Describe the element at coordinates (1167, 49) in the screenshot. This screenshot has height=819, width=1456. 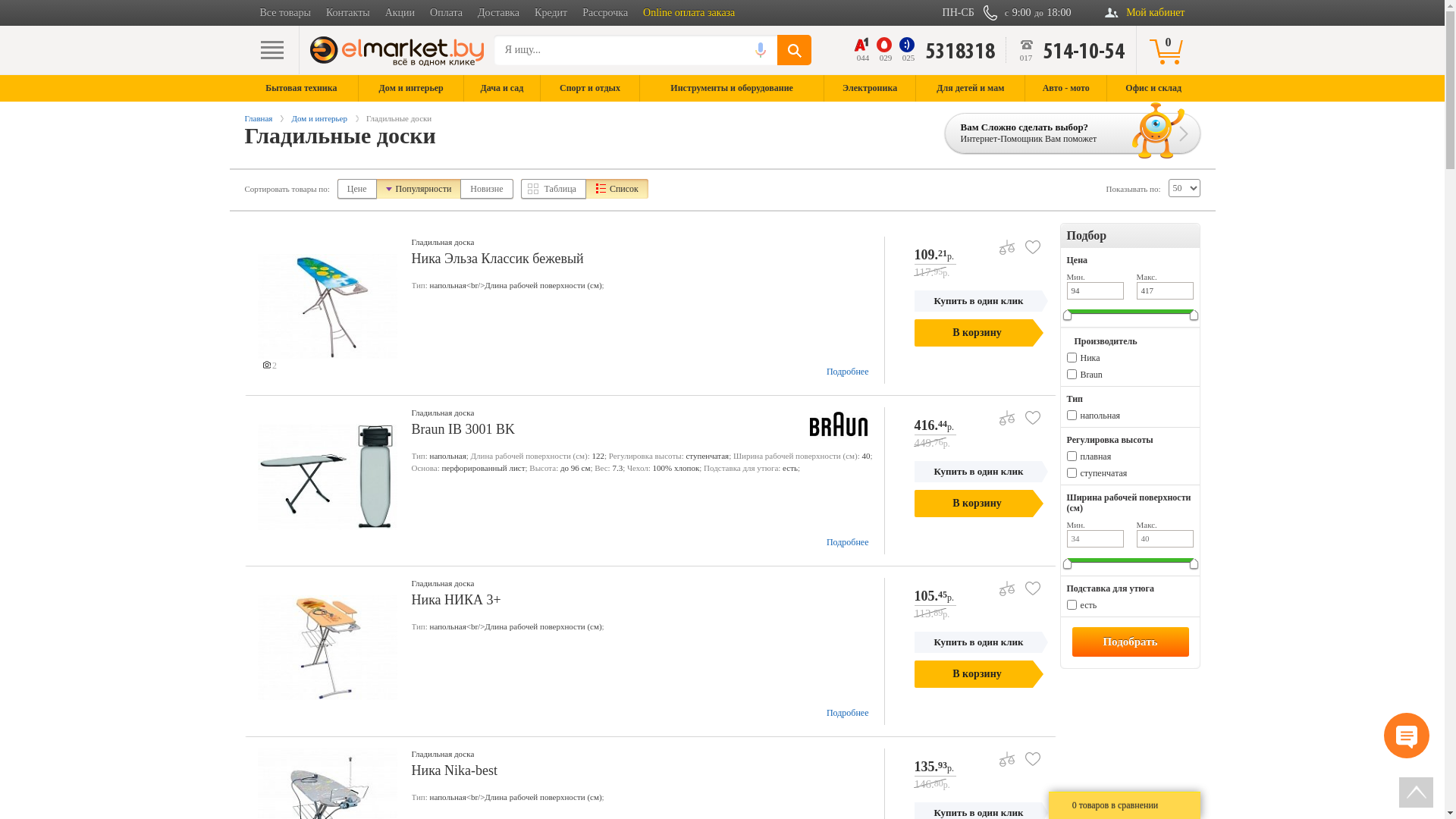
I see `'0'` at that location.